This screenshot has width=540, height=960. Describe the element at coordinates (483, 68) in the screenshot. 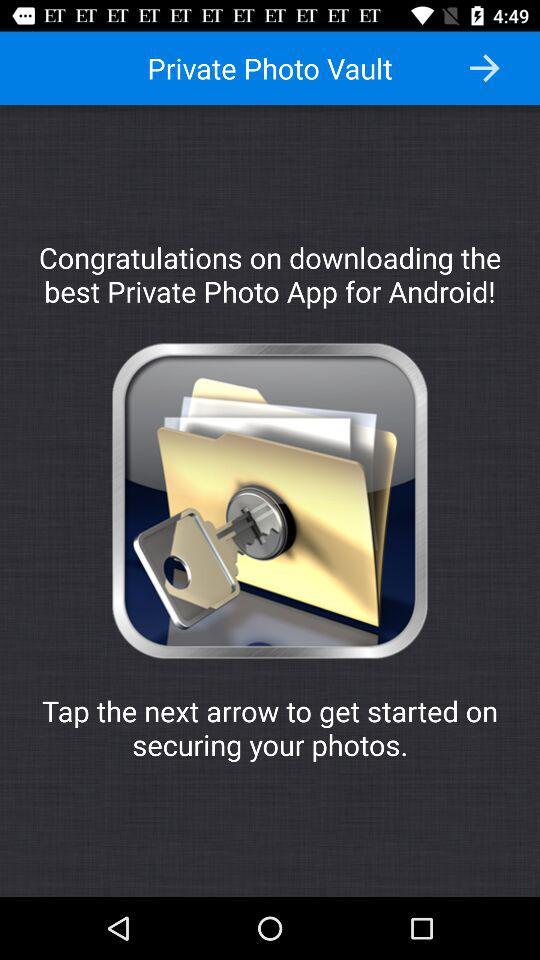

I see `previous` at that location.